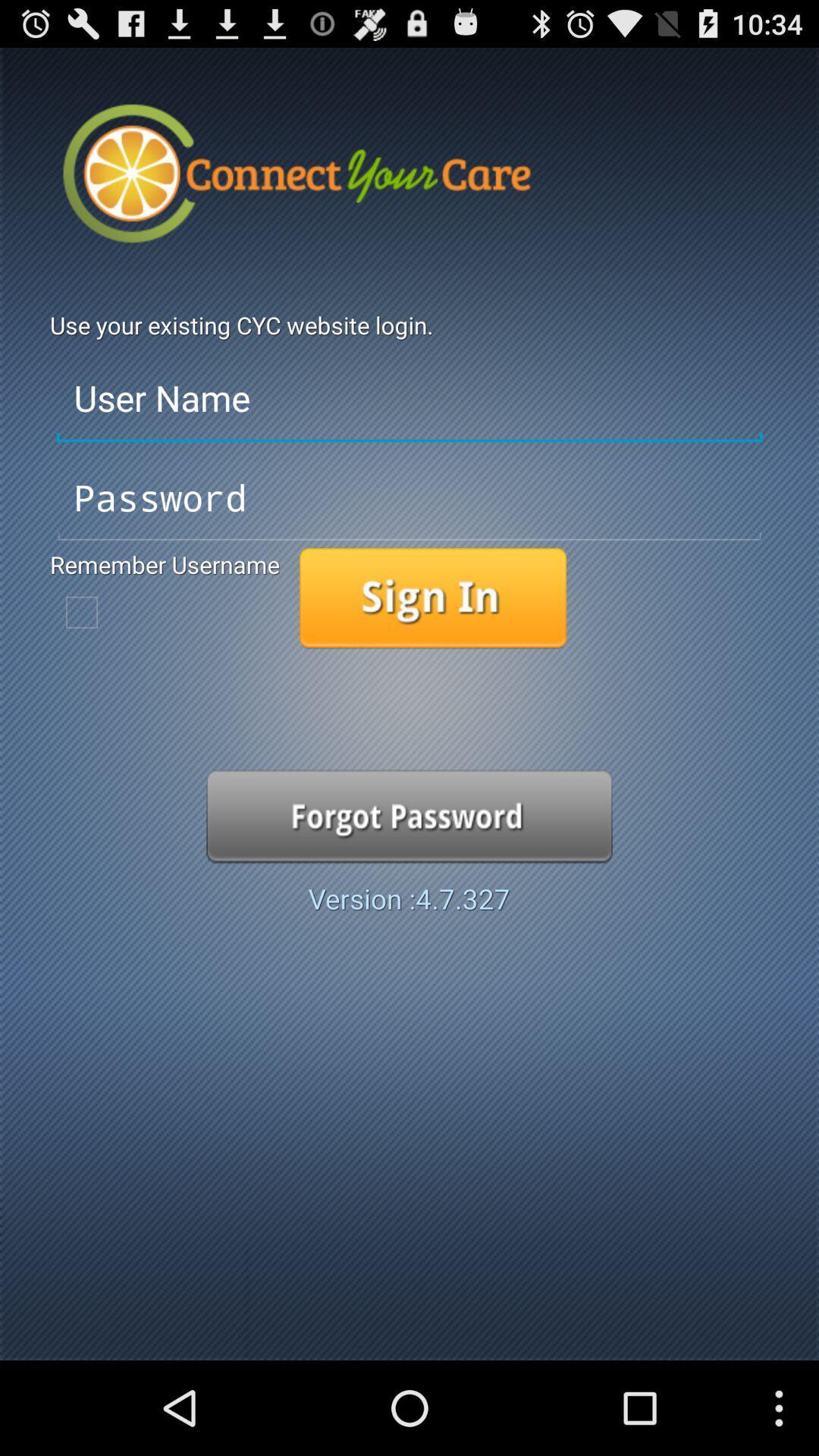 The width and height of the screenshot is (819, 1456). Describe the element at coordinates (409, 498) in the screenshot. I see `password` at that location.